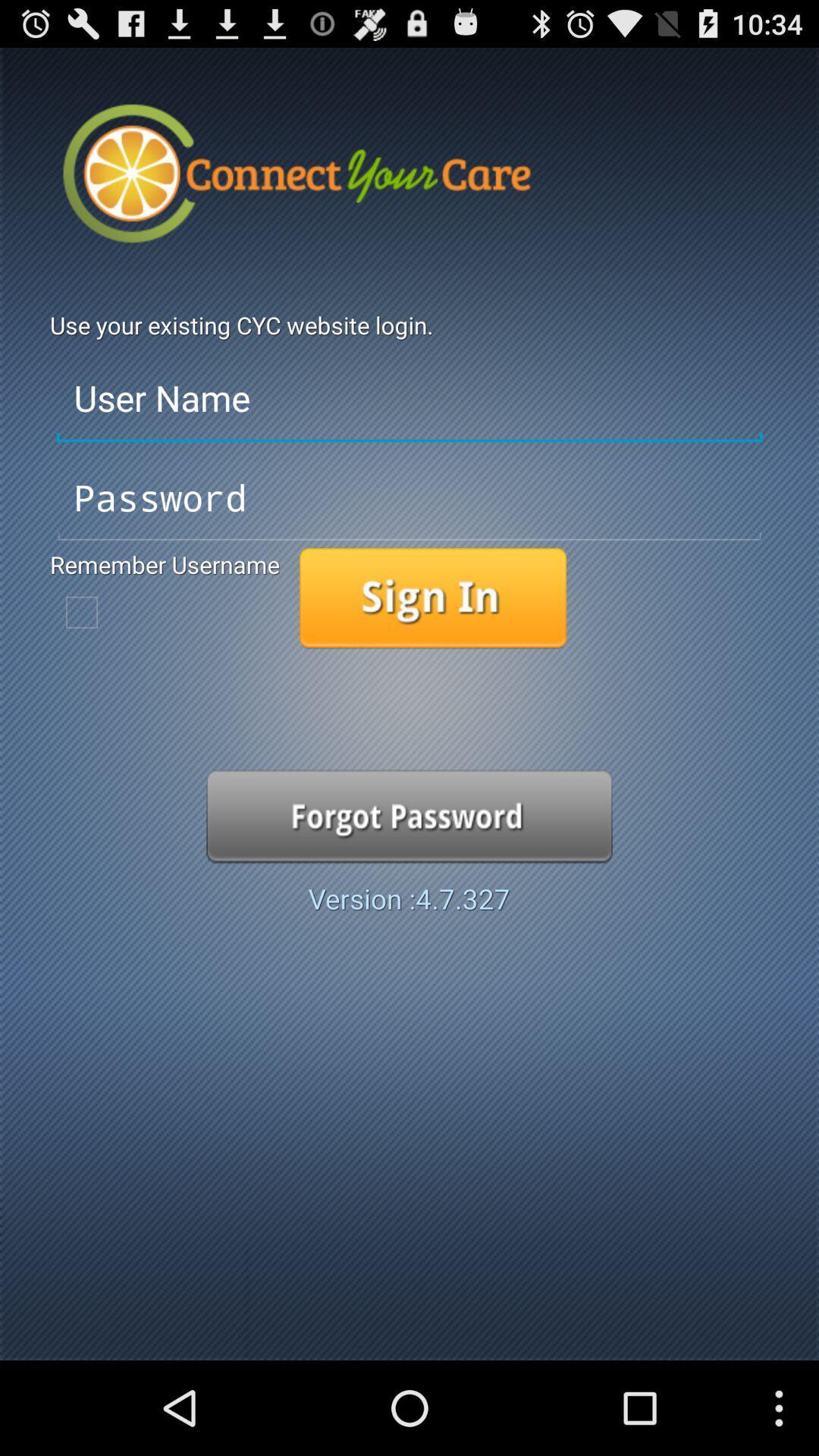 The width and height of the screenshot is (819, 1456). Describe the element at coordinates (409, 498) in the screenshot. I see `password` at that location.